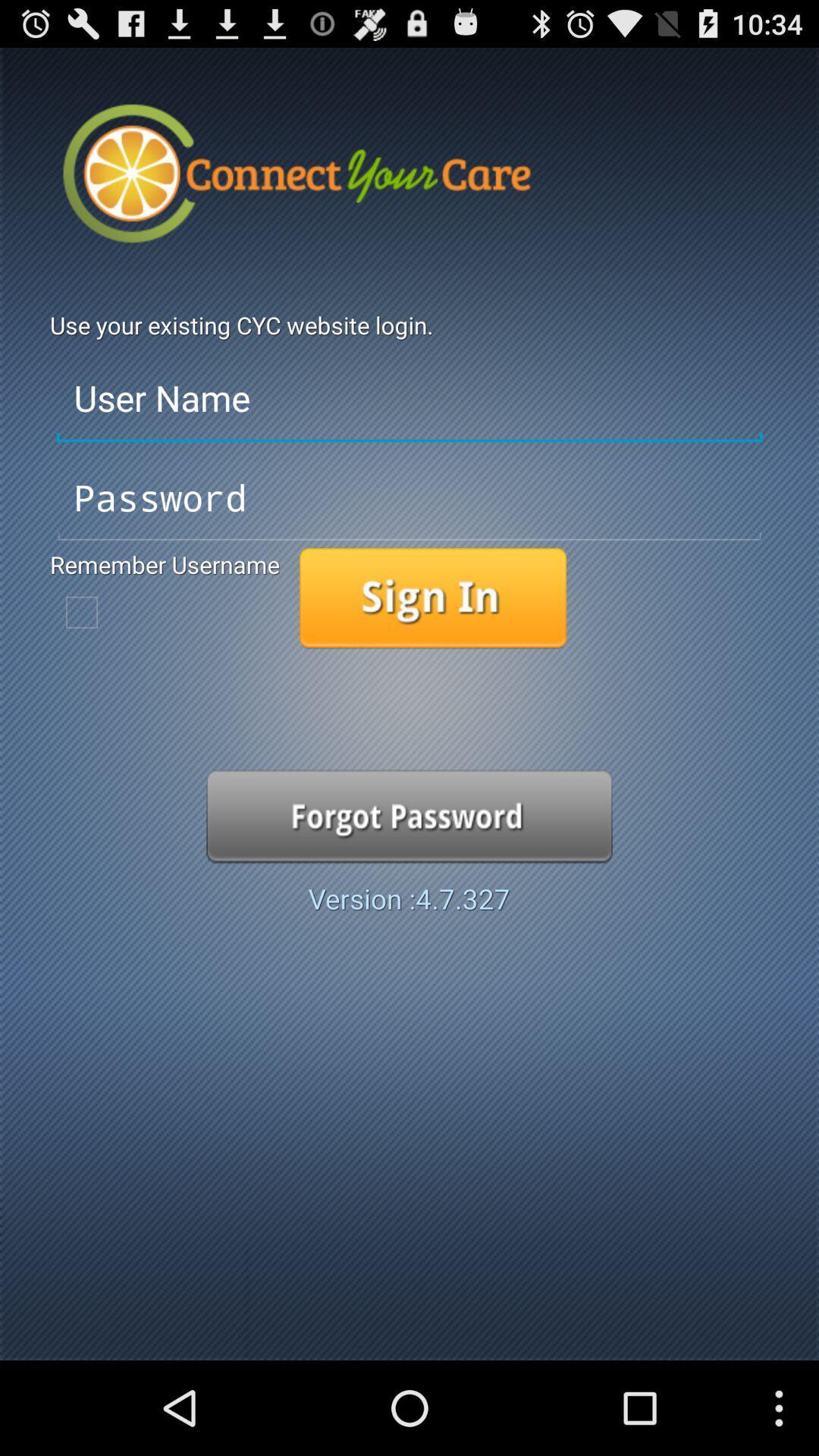 The width and height of the screenshot is (819, 1456). Describe the element at coordinates (409, 498) in the screenshot. I see `password` at that location.